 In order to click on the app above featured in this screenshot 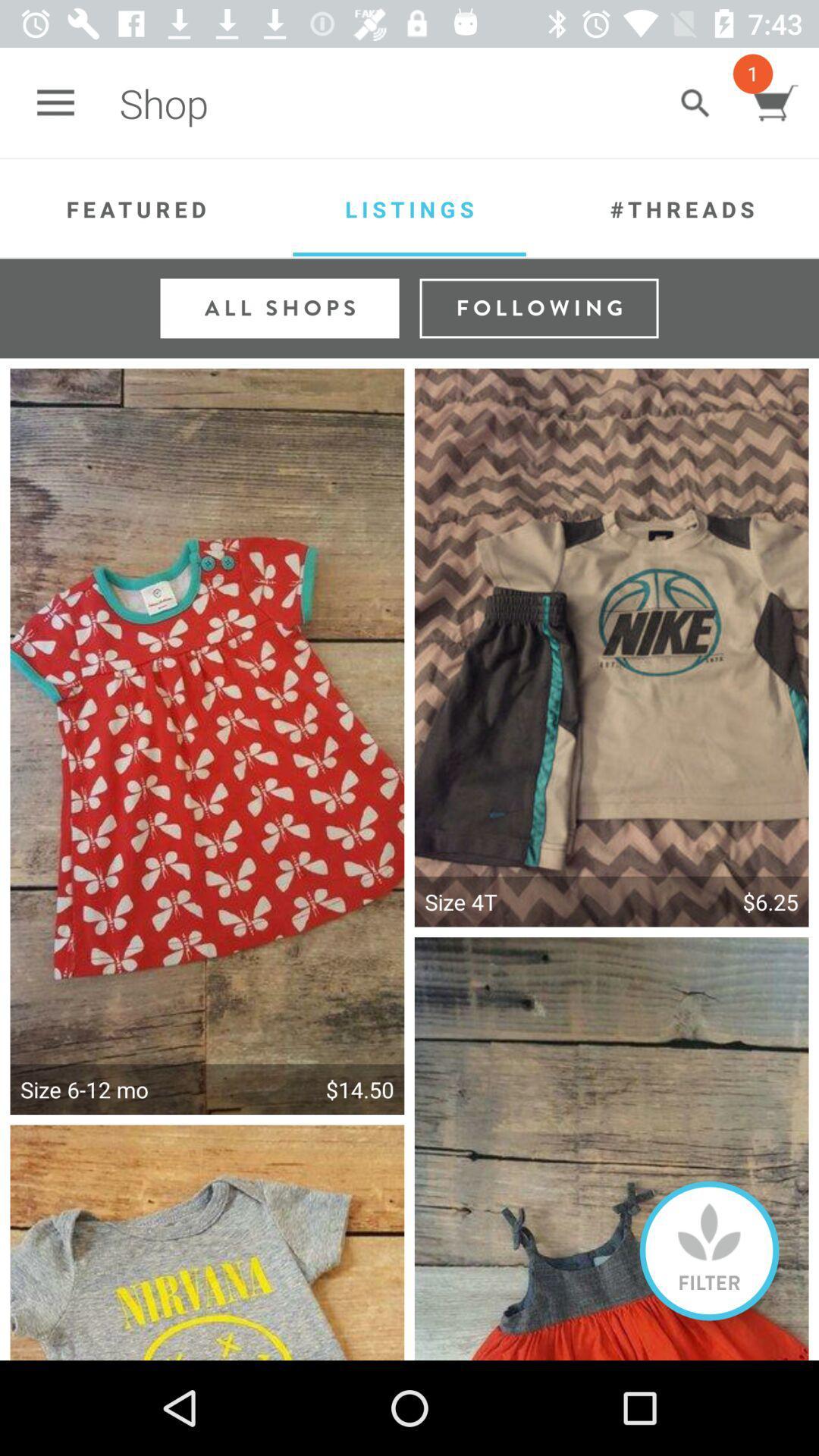, I will do `click(55, 102)`.